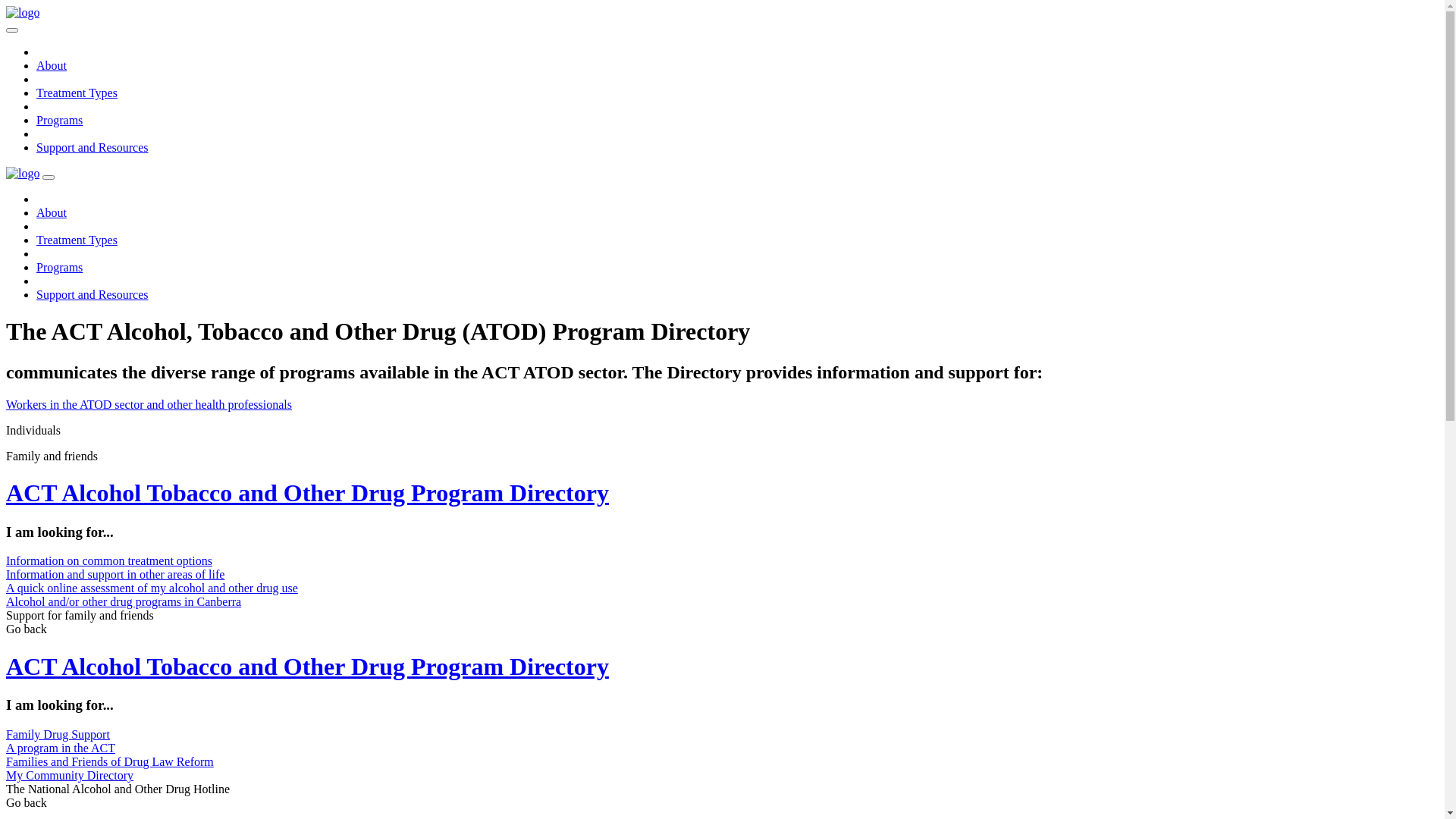  What do you see at coordinates (26, 802) in the screenshot?
I see `'Go back'` at bounding box center [26, 802].